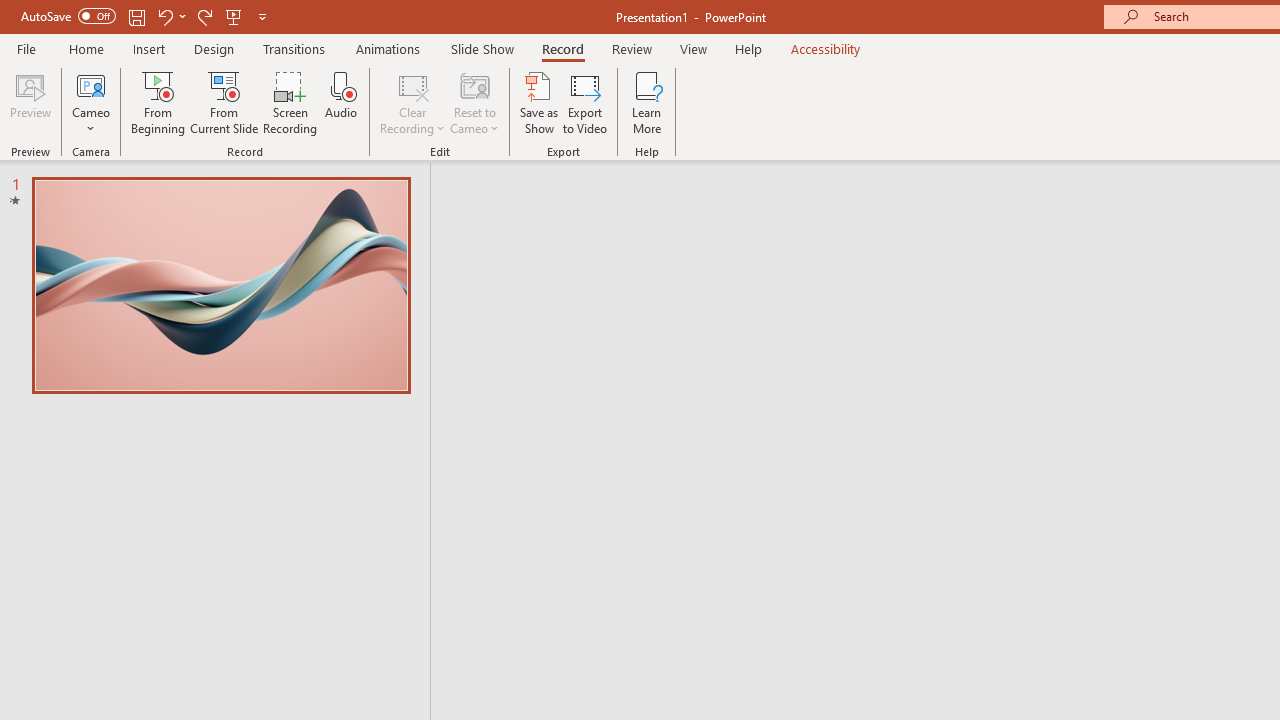 Image resolution: width=1280 pixels, height=720 pixels. Describe the element at coordinates (224, 103) in the screenshot. I see `'From Current Slide...'` at that location.